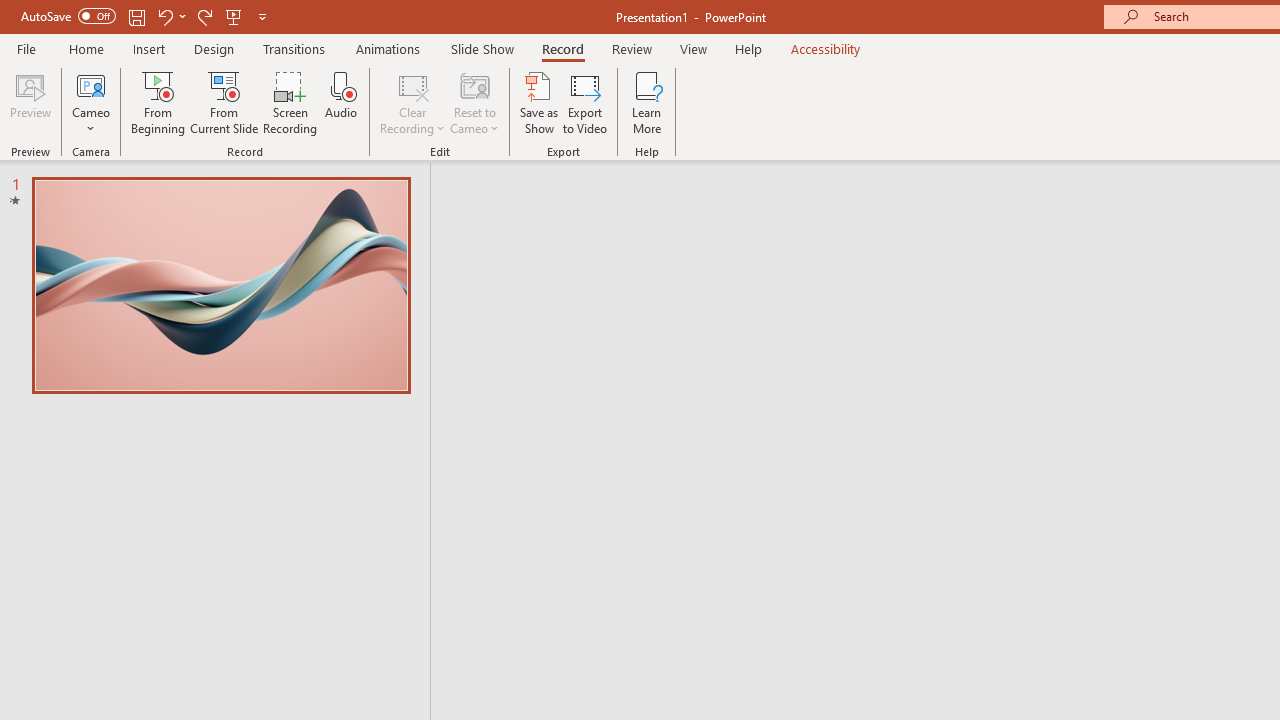 Image resolution: width=1280 pixels, height=720 pixels. Describe the element at coordinates (224, 103) in the screenshot. I see `'From Current Slide...'` at that location.